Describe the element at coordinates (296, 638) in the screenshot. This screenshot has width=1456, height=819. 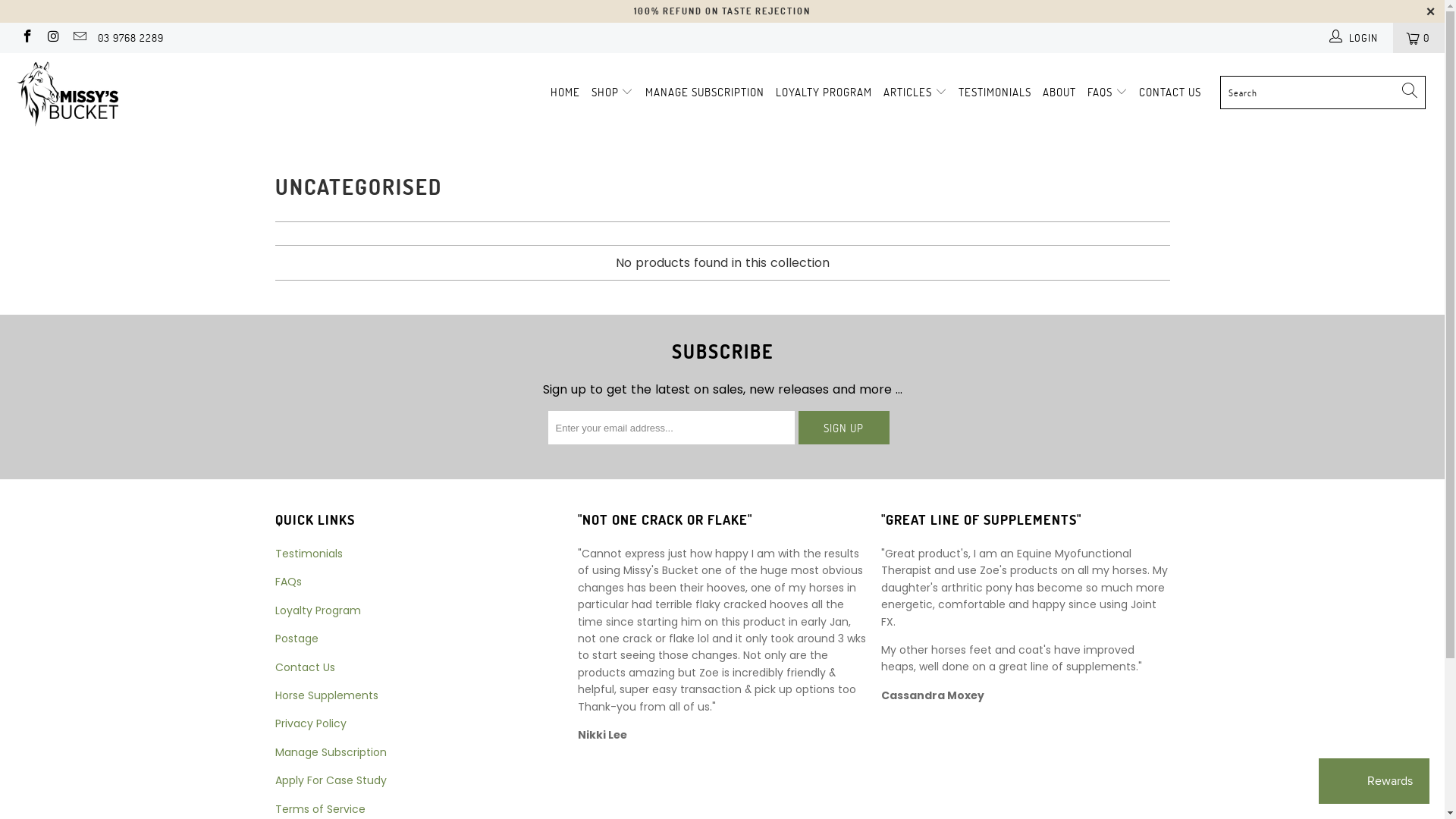
I see `'Postage'` at that location.